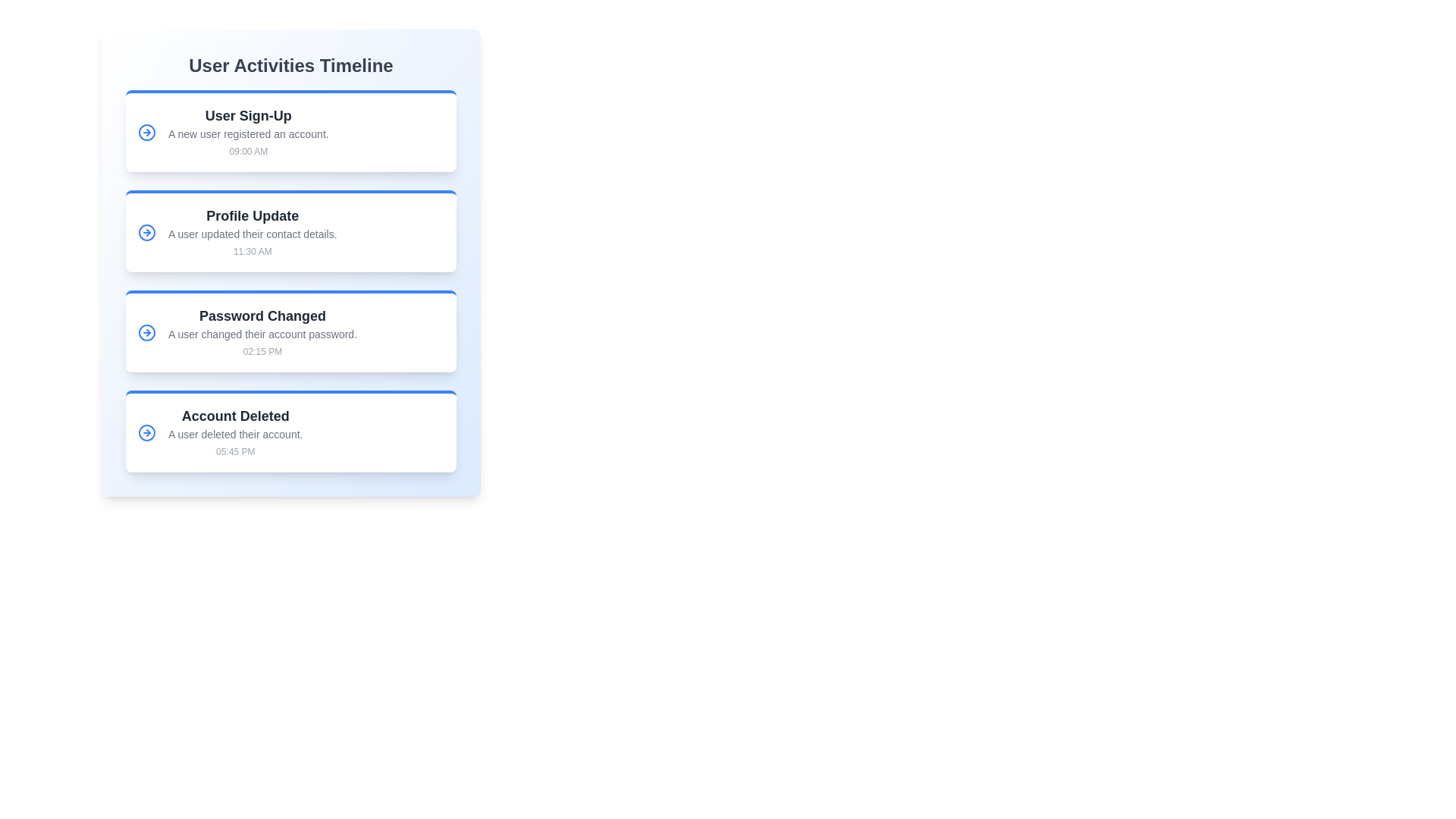 This screenshot has height=819, width=1456. I want to click on information from the text block located in the fourth section of the vertical timeline, specifically in the bottommost card, which summarizes a user action with a timestamp, so click(234, 432).